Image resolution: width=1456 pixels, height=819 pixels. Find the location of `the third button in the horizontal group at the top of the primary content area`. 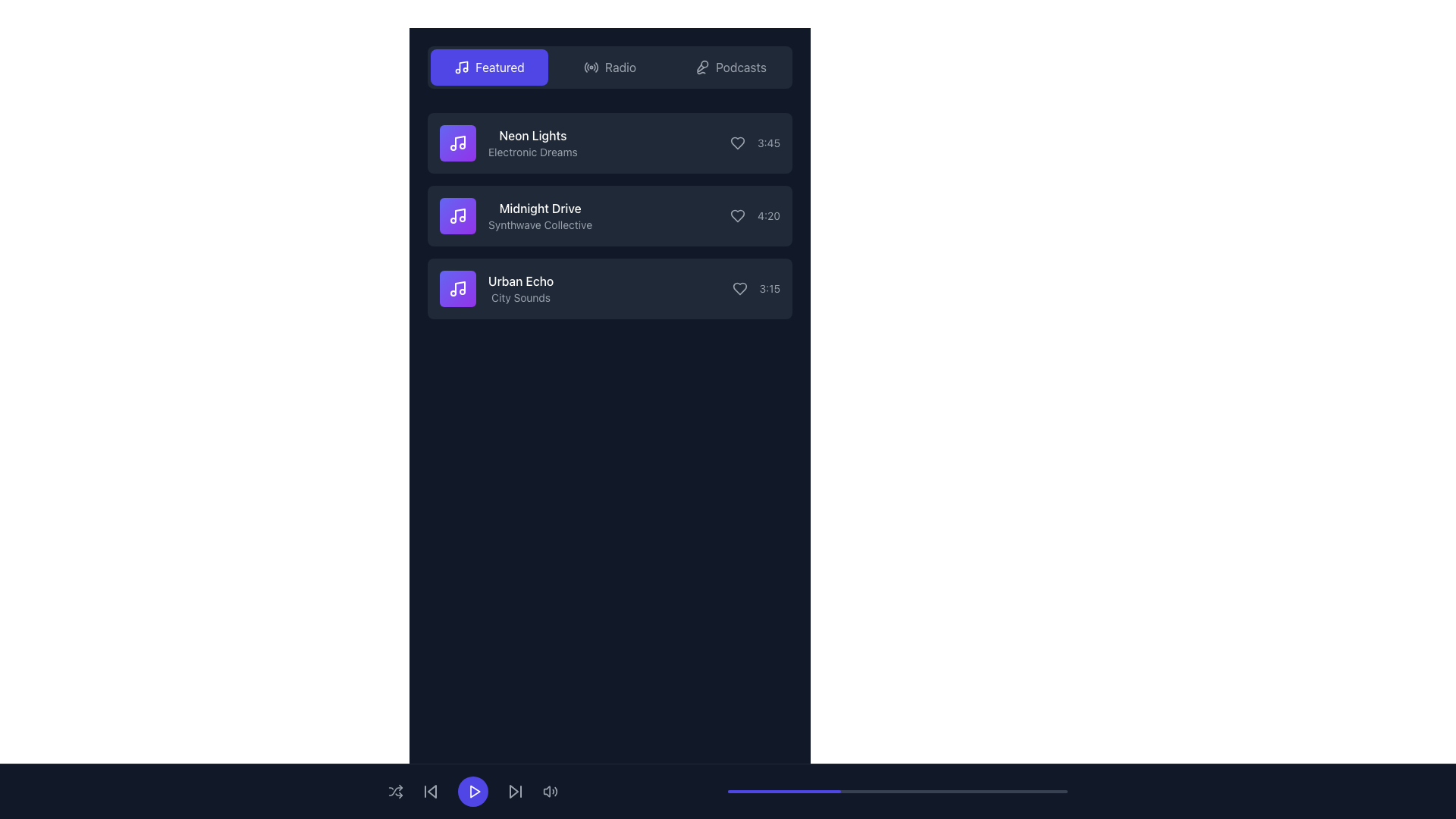

the third button in the horizontal group at the top of the primary content area is located at coordinates (730, 66).